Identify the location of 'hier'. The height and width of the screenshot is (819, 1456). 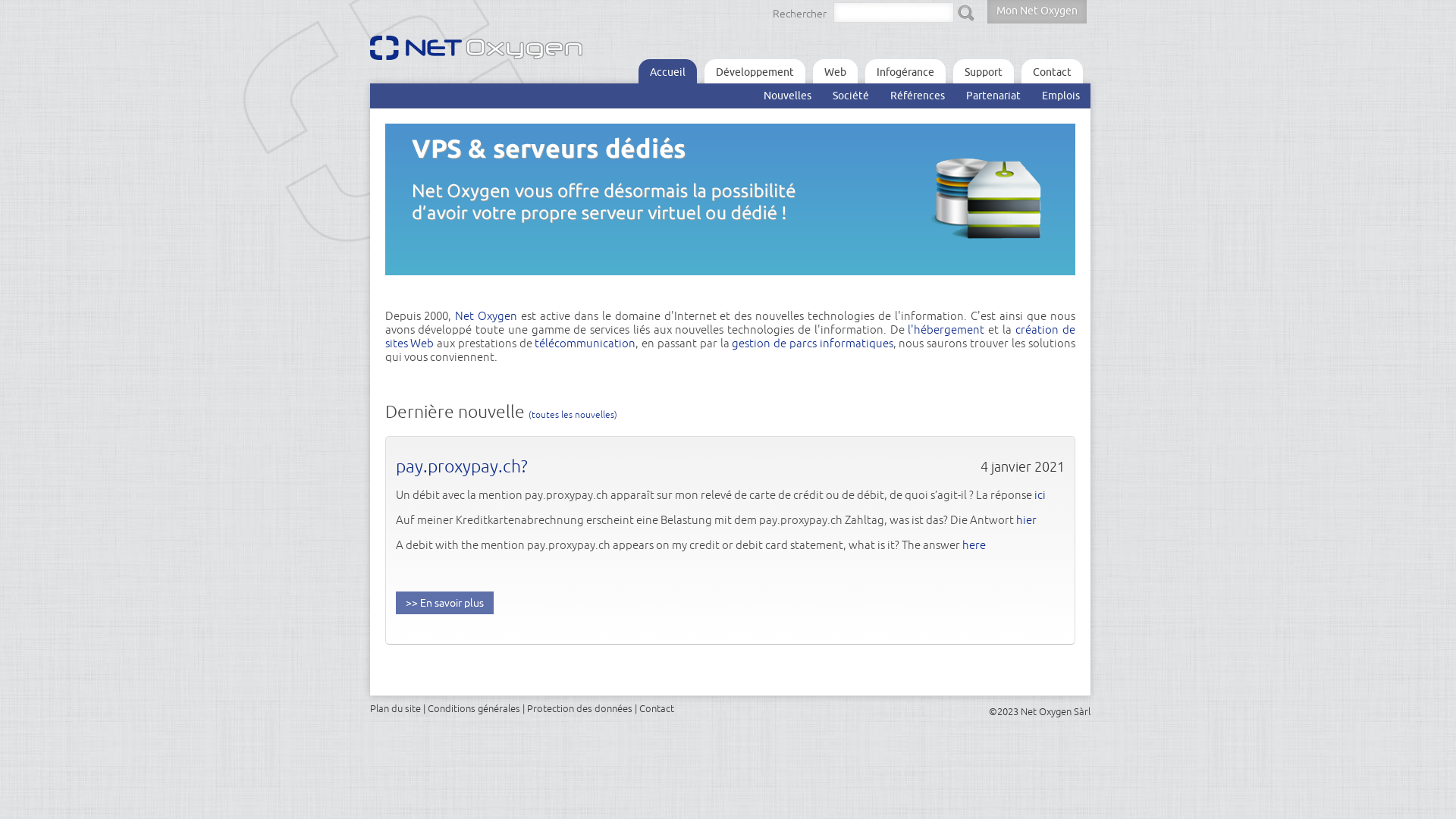
(1026, 519).